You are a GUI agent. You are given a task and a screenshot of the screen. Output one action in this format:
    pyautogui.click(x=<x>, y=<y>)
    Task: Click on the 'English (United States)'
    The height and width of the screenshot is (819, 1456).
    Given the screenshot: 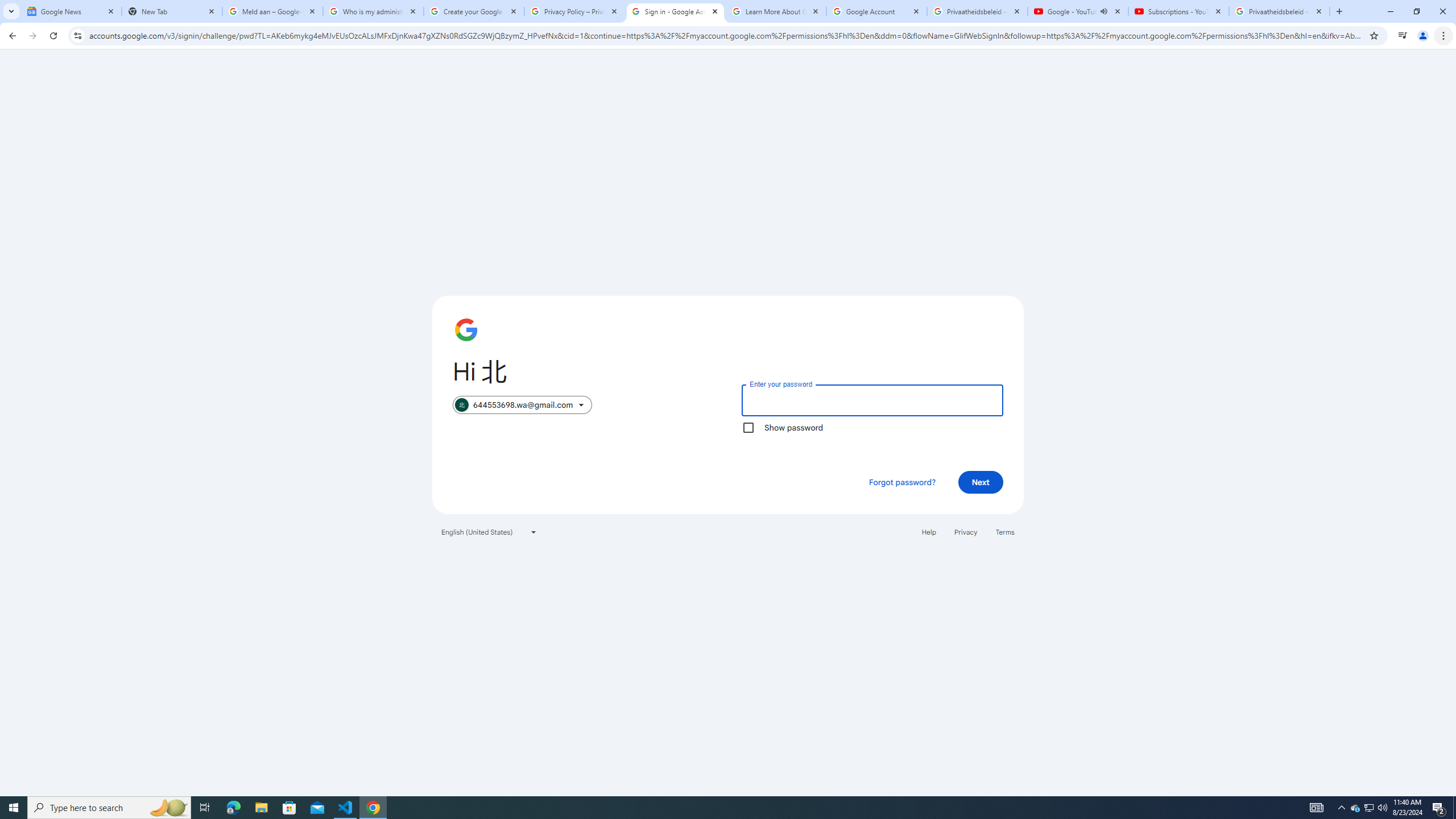 What is the action you would take?
    pyautogui.click(x=489, y=531)
    